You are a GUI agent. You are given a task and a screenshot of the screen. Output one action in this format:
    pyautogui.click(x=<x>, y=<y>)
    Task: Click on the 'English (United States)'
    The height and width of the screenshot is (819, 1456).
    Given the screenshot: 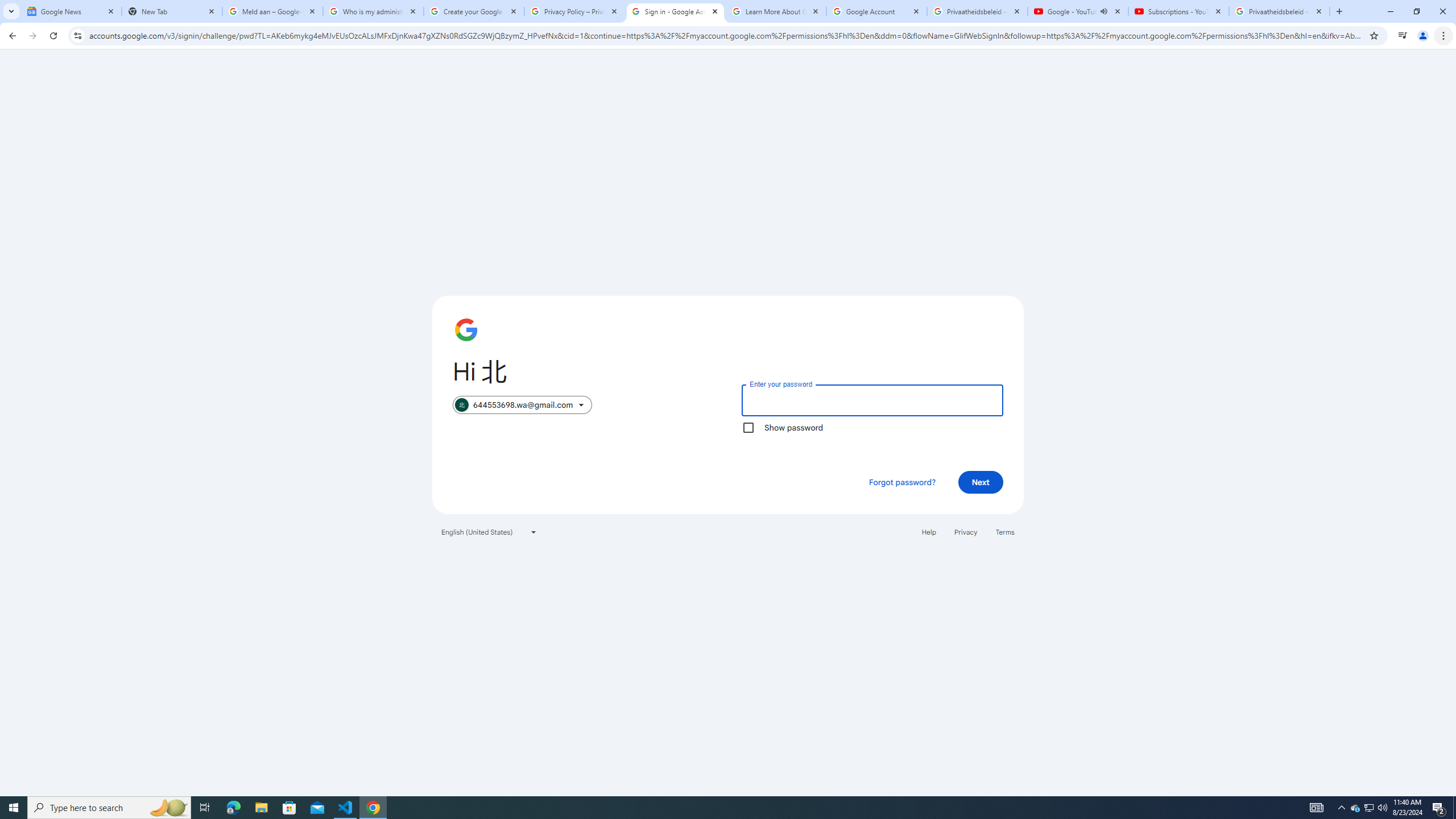 What is the action you would take?
    pyautogui.click(x=489, y=531)
    